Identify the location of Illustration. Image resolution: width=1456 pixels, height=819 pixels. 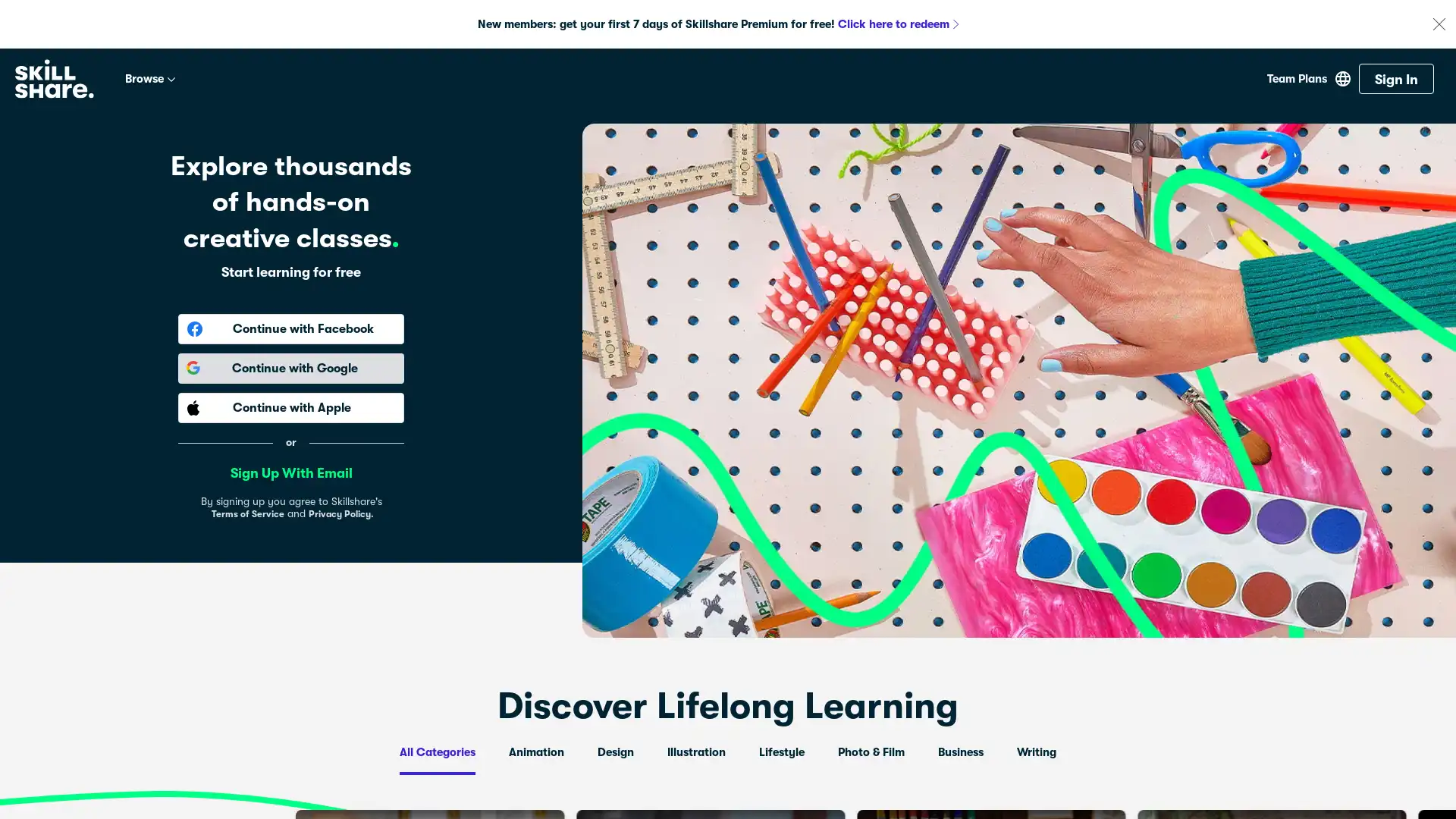
(695, 757).